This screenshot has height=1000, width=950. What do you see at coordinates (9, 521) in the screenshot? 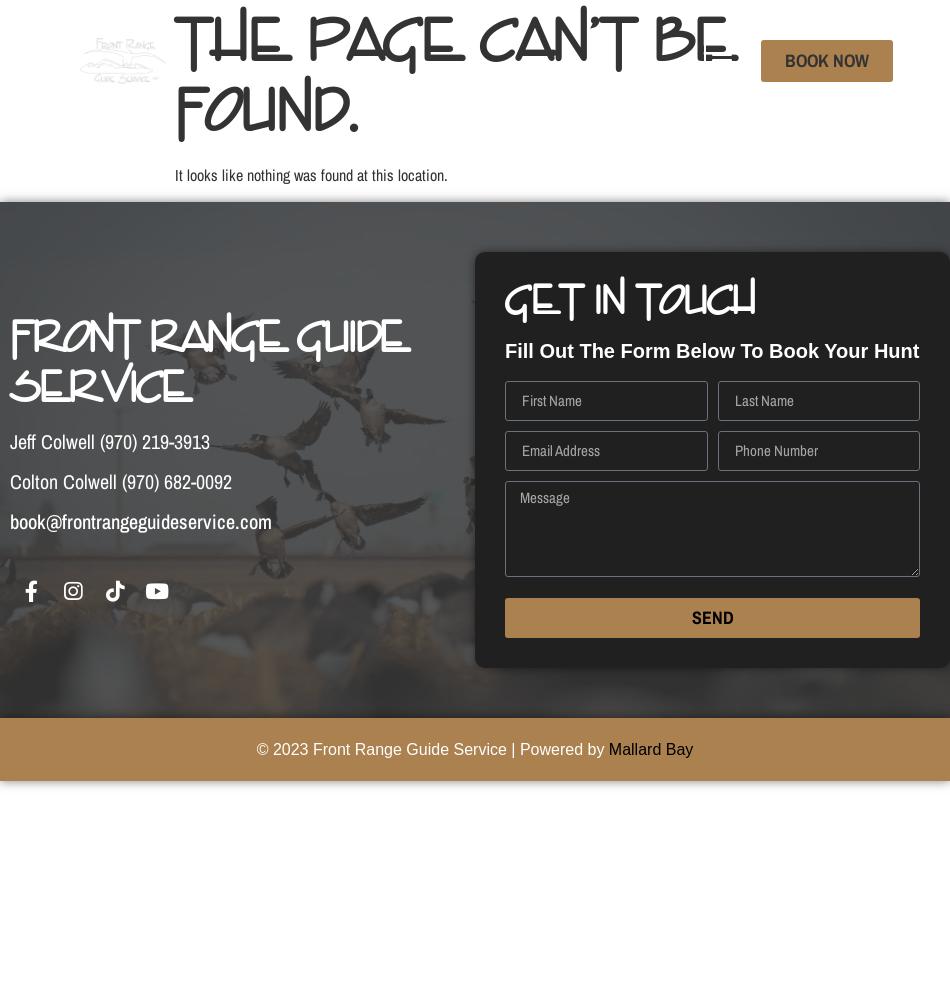
I see `'book@frontrangeguideservice.com'` at bounding box center [9, 521].